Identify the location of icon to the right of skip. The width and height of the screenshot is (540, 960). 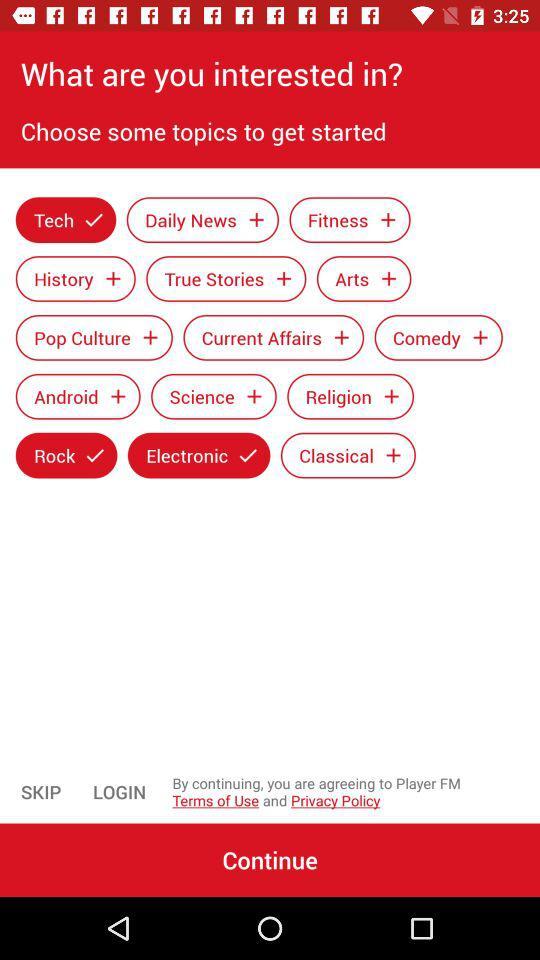
(119, 792).